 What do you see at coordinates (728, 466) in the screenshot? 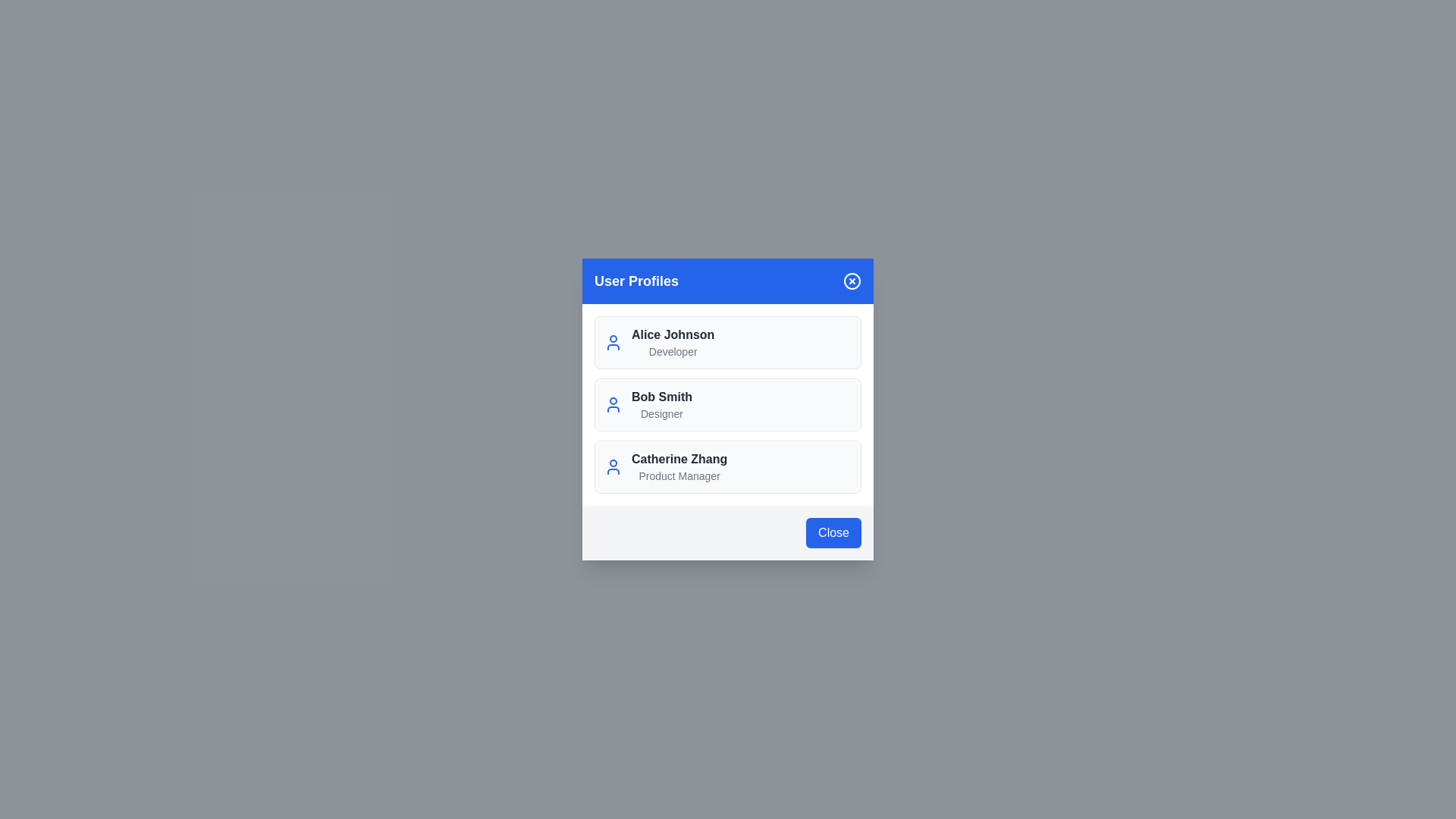
I see `the user profile Catherine Zhang from the list` at bounding box center [728, 466].